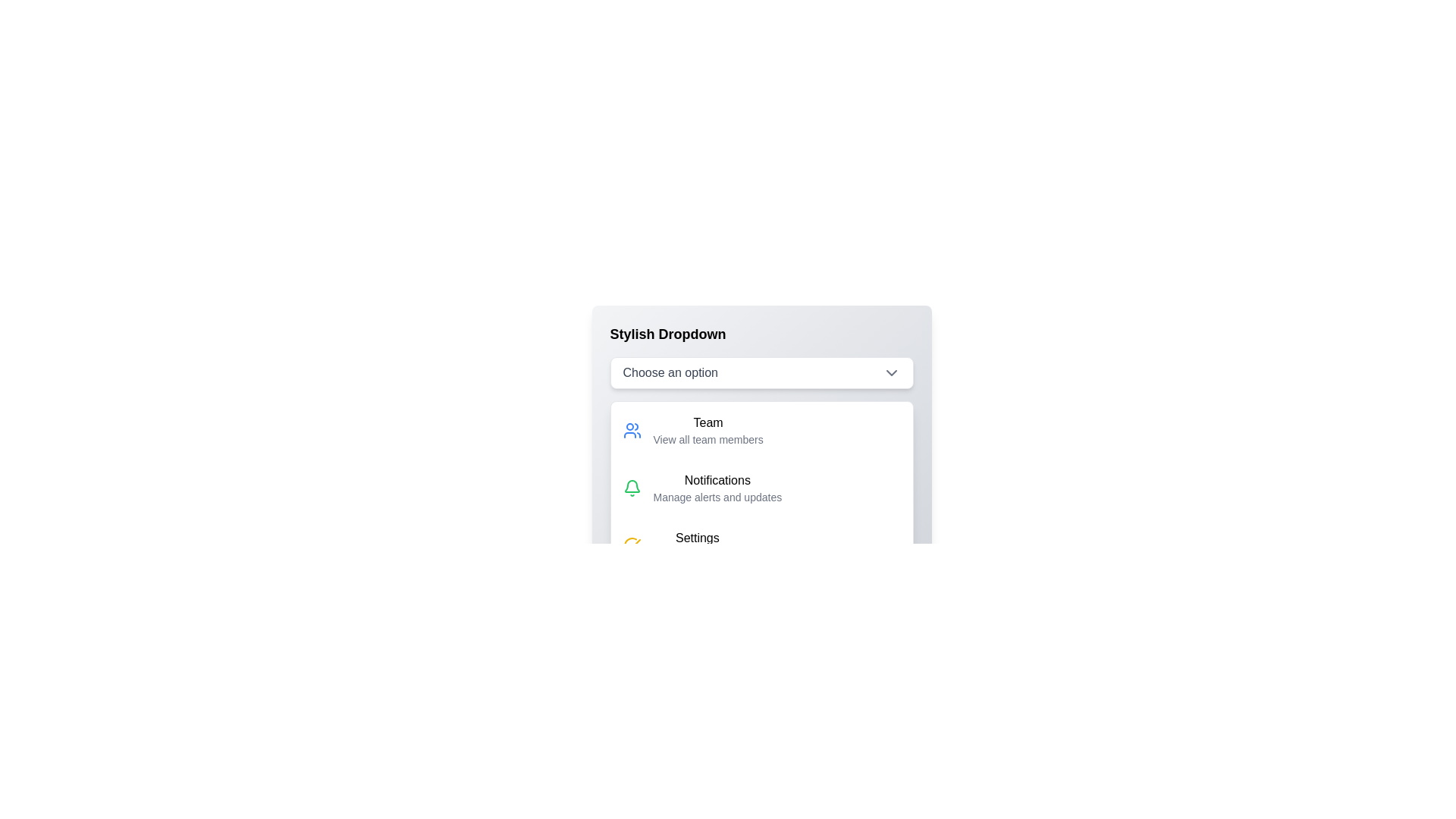 The height and width of the screenshot is (819, 1456). Describe the element at coordinates (761, 546) in the screenshot. I see `the third menu item in the dropdown menu` at that location.